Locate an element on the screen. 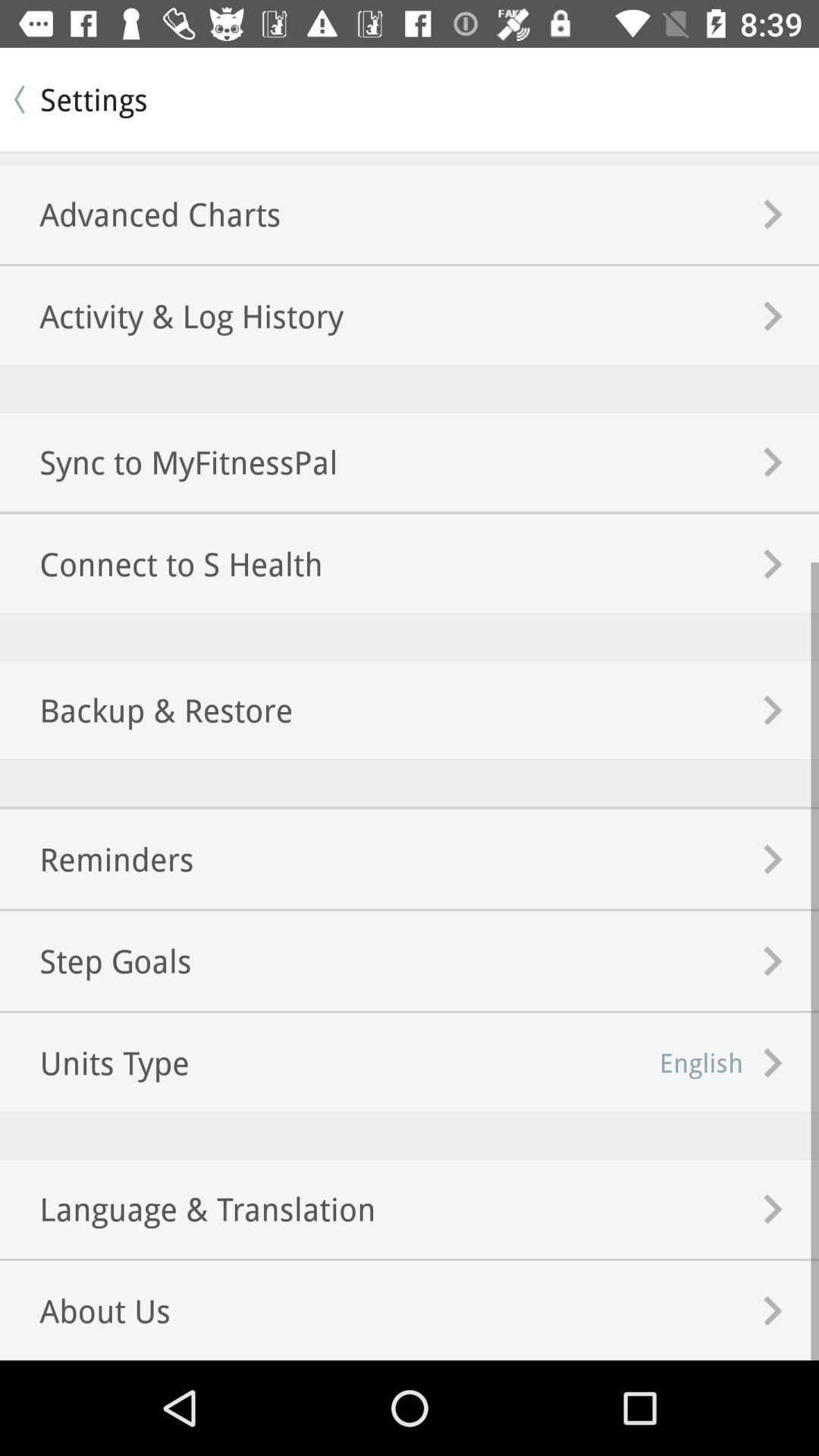 The width and height of the screenshot is (819, 1456). the backup & restore item is located at coordinates (146, 709).